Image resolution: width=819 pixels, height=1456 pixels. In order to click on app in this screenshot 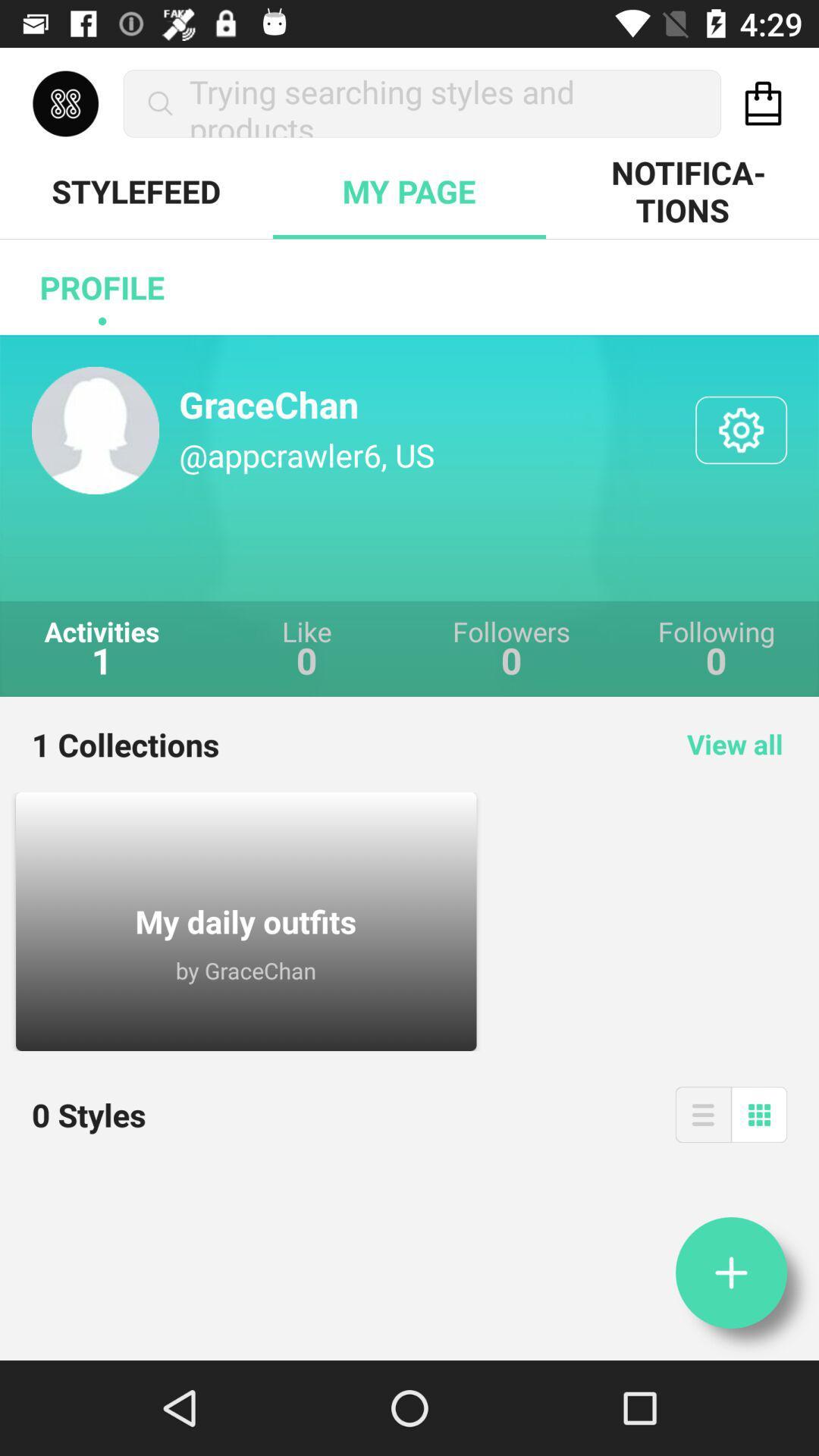, I will do `click(730, 1272)`.